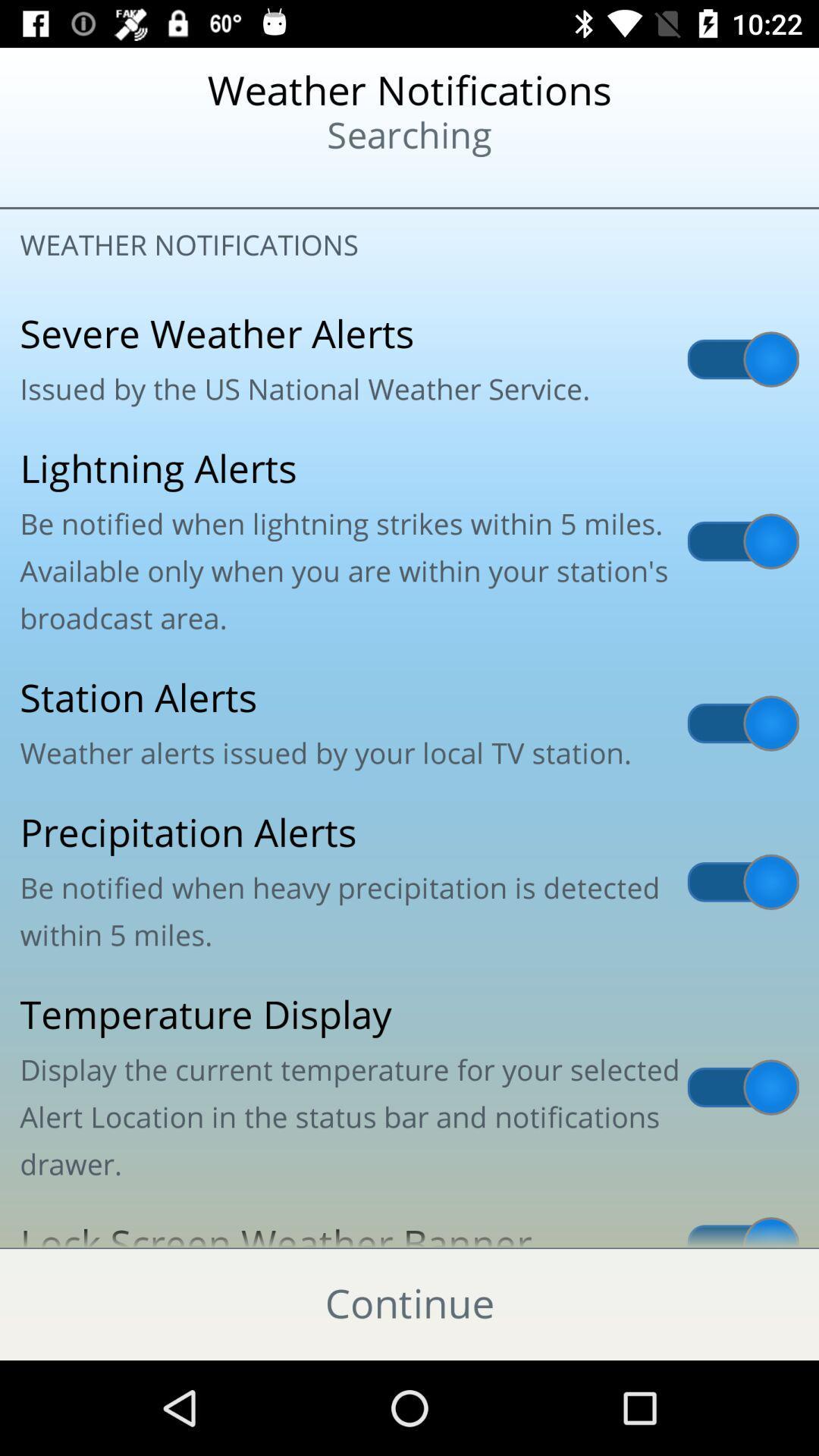 This screenshot has height=1456, width=819. Describe the element at coordinates (99, 182) in the screenshot. I see `item at the top left corner` at that location.